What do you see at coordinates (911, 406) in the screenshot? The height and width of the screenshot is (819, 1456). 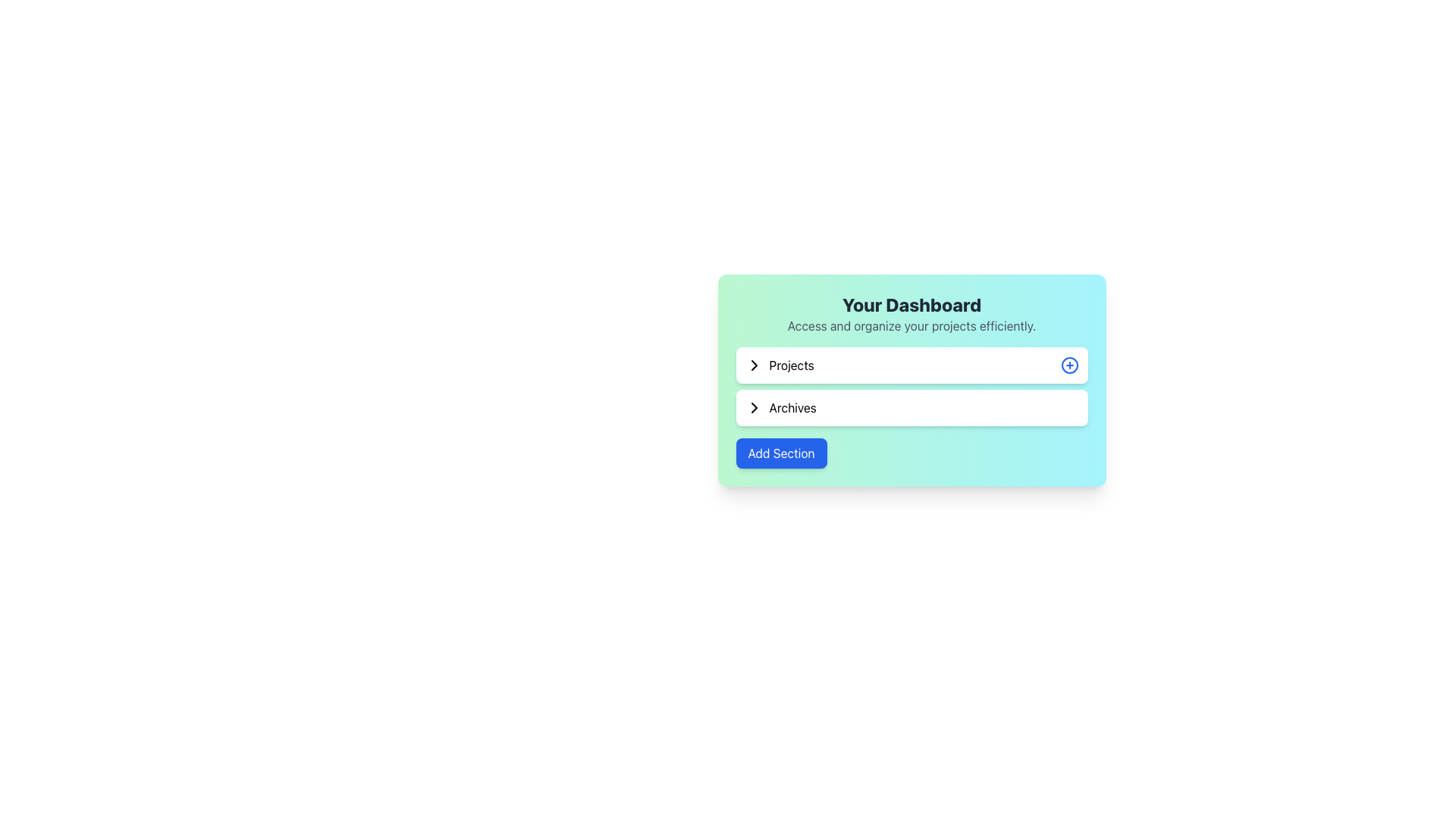 I see `the second item in the vertical list under the 'Projects' section in the 'Your Dashboard' card` at bounding box center [911, 406].